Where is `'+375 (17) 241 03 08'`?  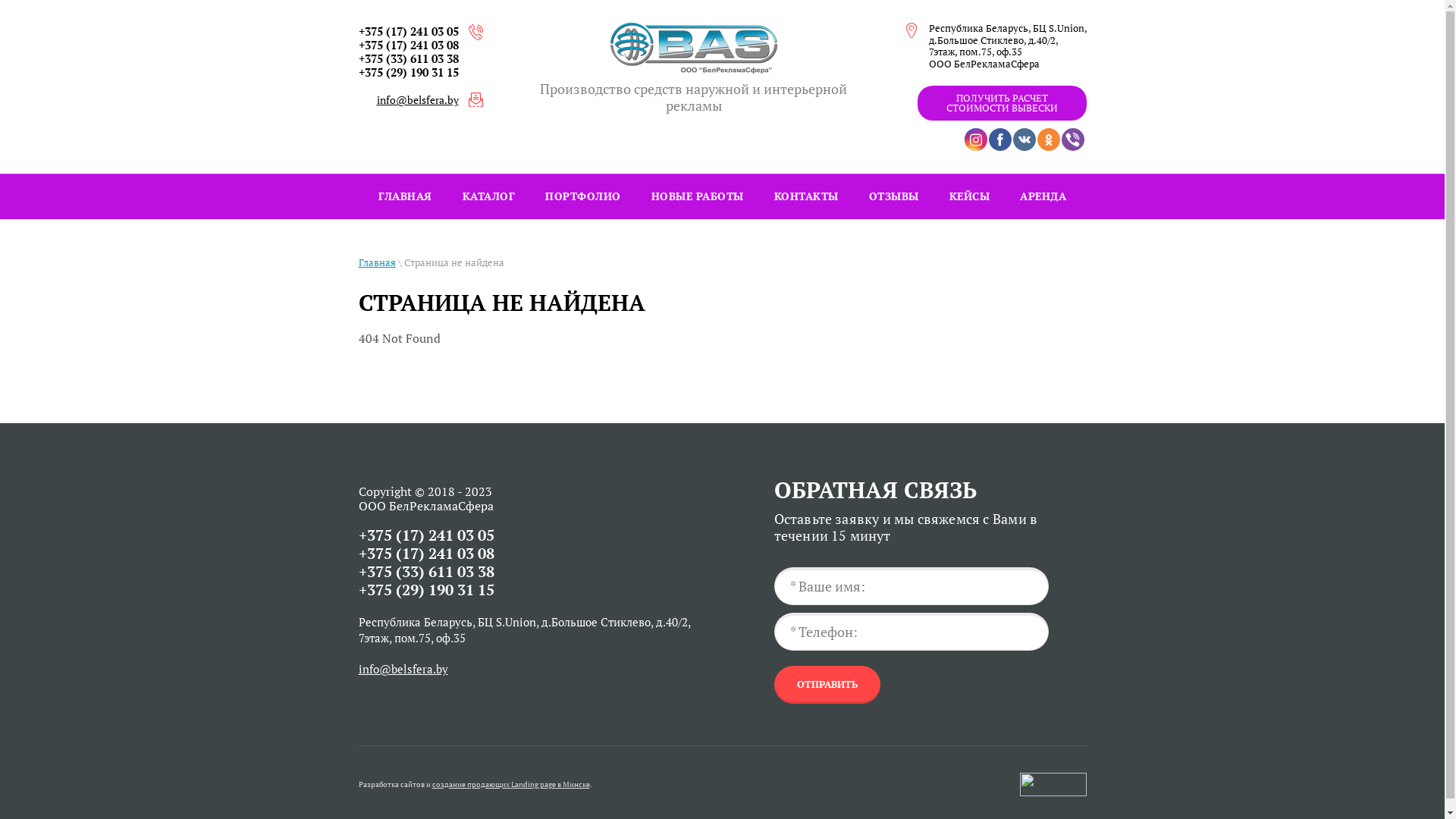 '+375 (17) 241 03 08' is located at coordinates (407, 43).